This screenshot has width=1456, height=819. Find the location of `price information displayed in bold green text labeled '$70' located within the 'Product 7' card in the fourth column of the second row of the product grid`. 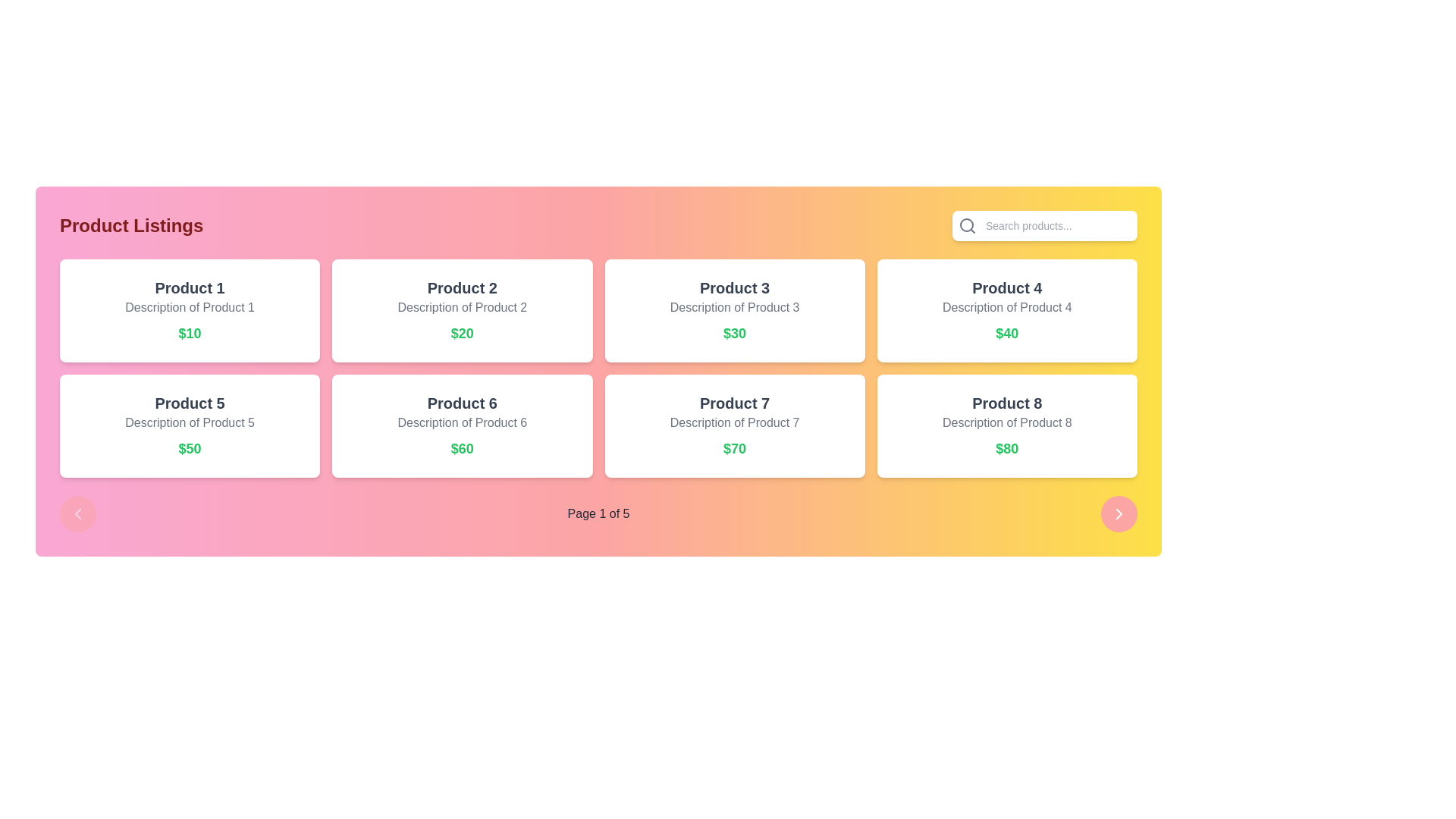

price information displayed in bold green text labeled '$70' located within the 'Product 7' card in the fourth column of the second row of the product grid is located at coordinates (735, 447).